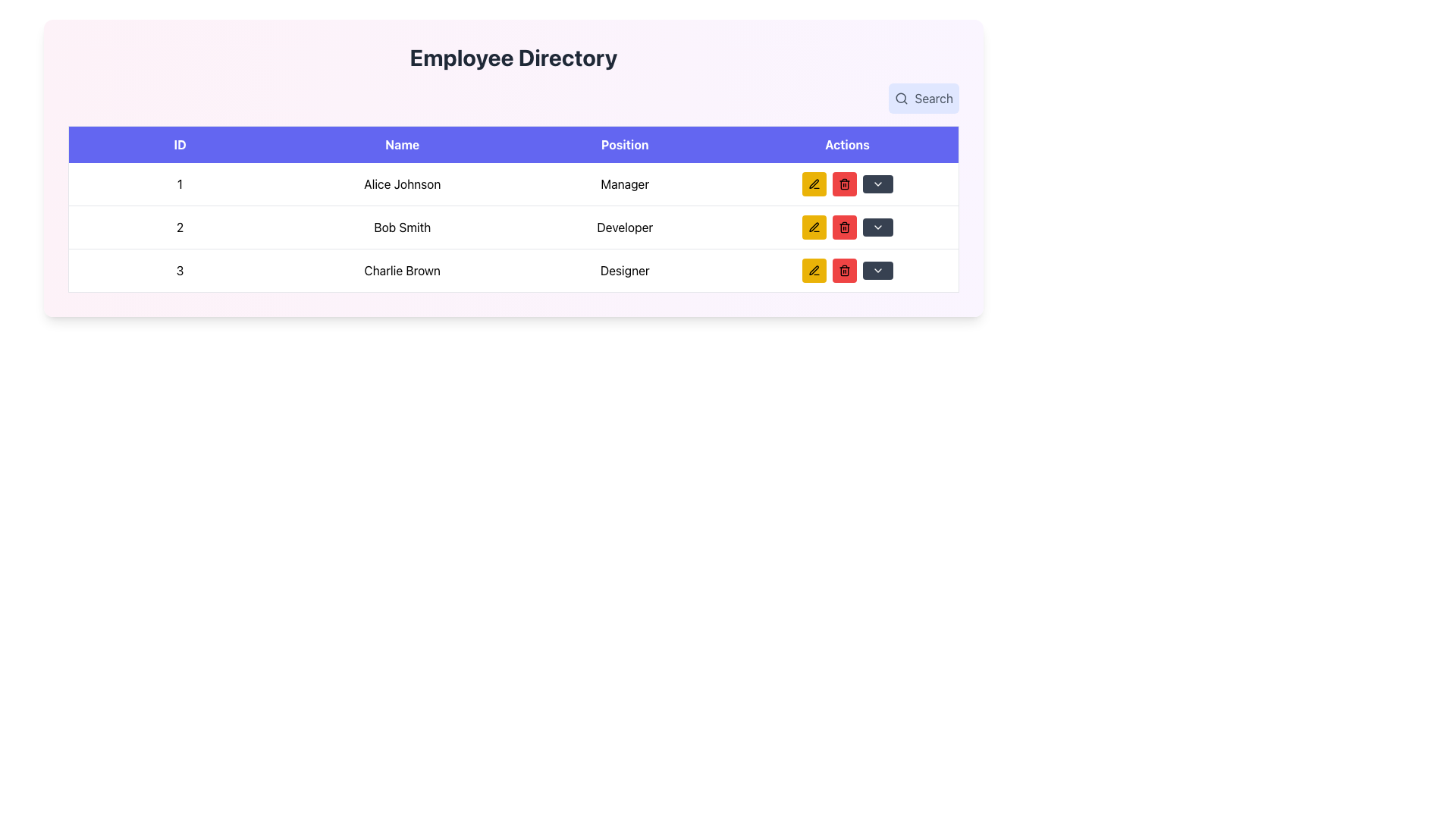 This screenshot has width=1456, height=819. I want to click on the delete button in the 'Actions' column for the employee 'Bob Smith', who holds the position of 'Developer', using keyboard navigation, so click(843, 227).